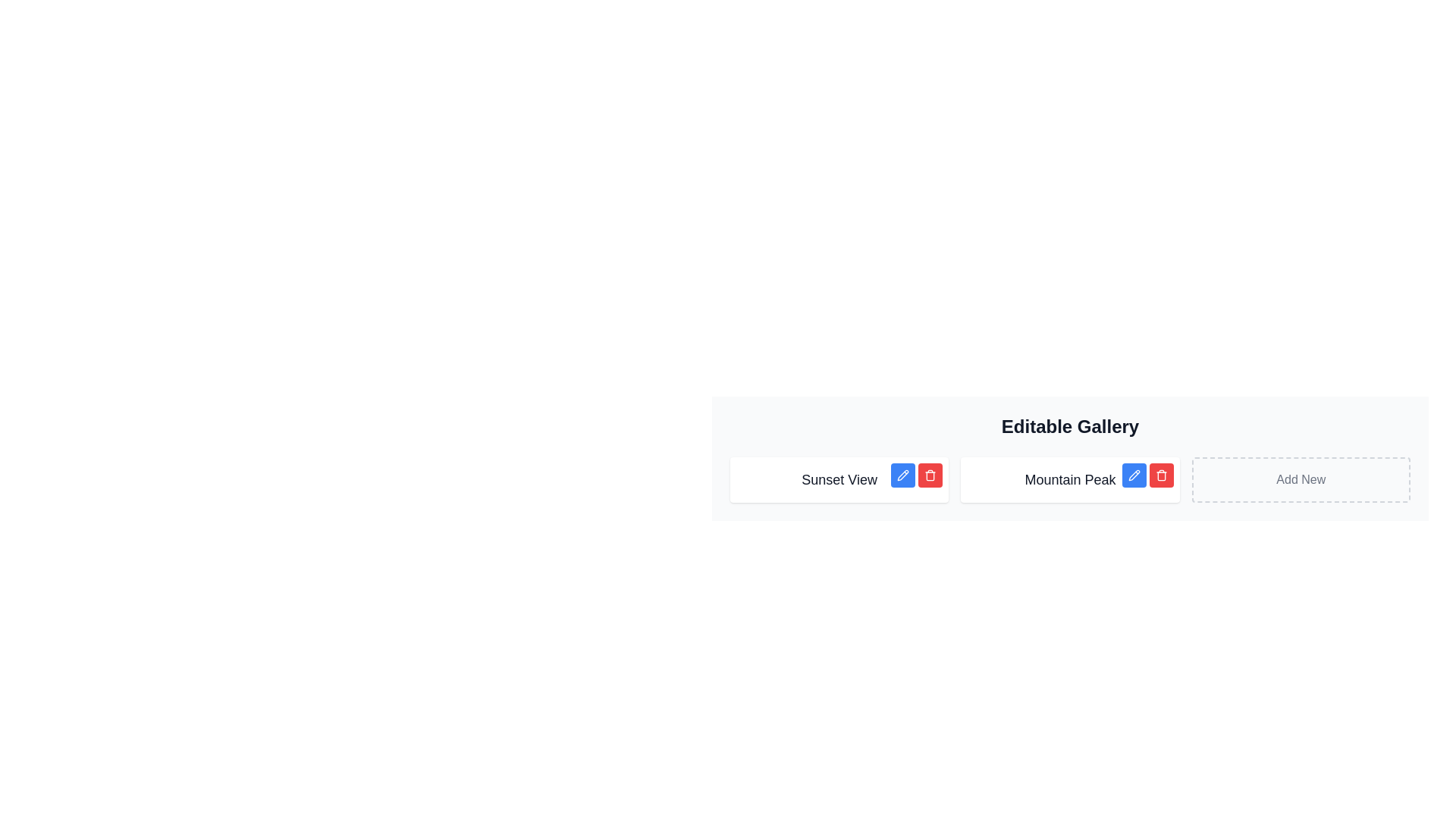 The width and height of the screenshot is (1456, 819). What do you see at coordinates (1160, 475) in the screenshot?
I see `the delete icon button with a red background and white text located to the right of the 'Mountain Peak' label` at bounding box center [1160, 475].